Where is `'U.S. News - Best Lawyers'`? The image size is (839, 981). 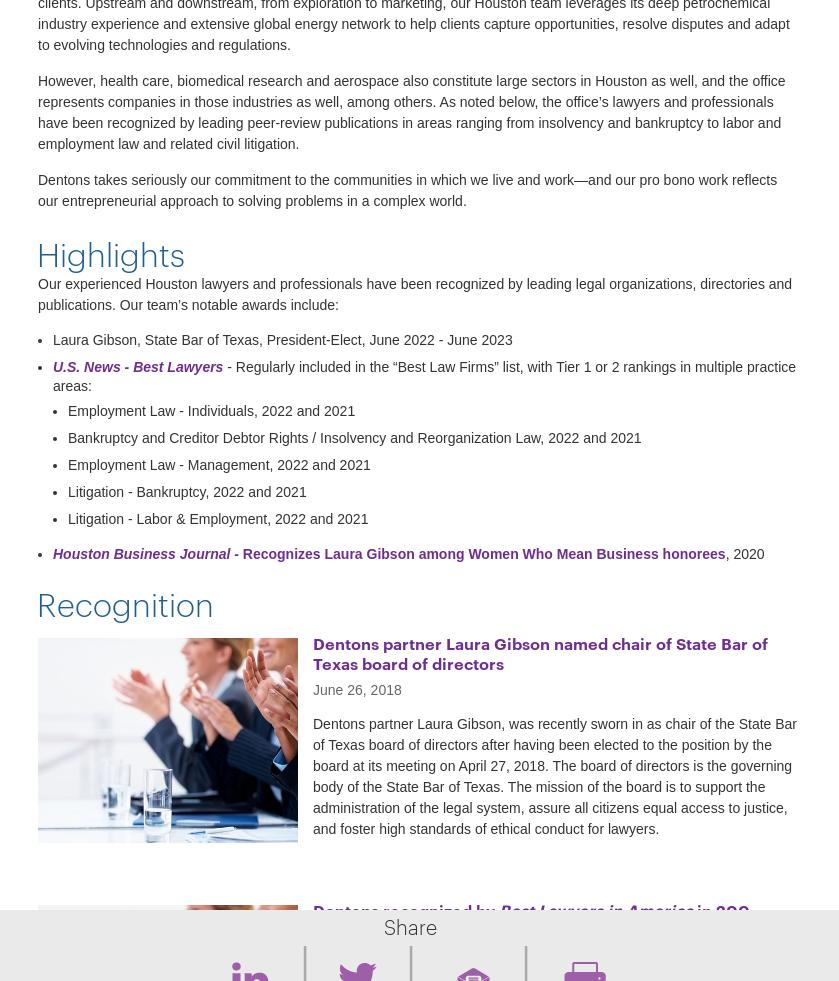
'U.S. News - Best Lawyers' is located at coordinates (53, 365).